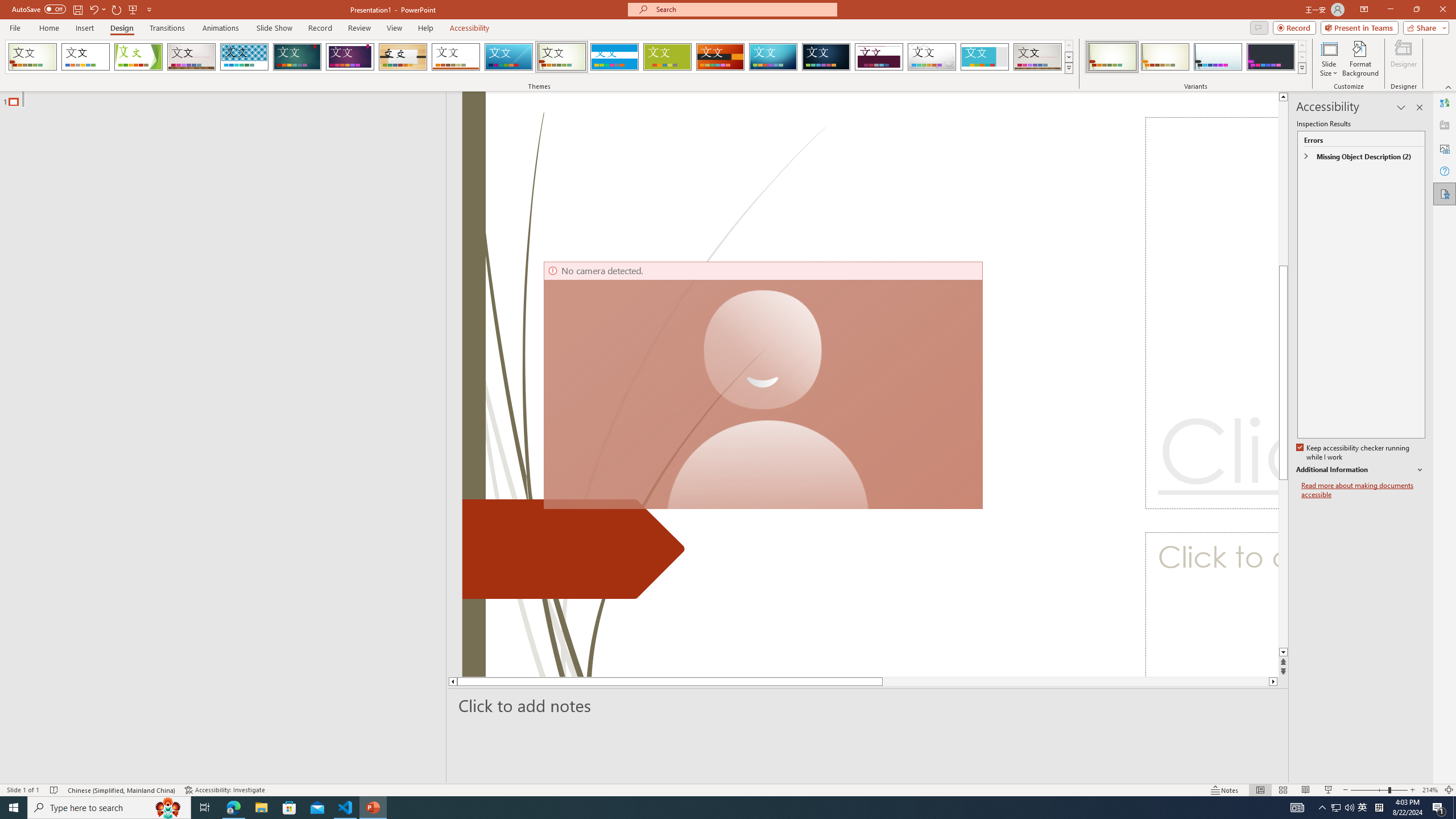 The image size is (1456, 819). I want to click on 'Integral', so click(244, 56).